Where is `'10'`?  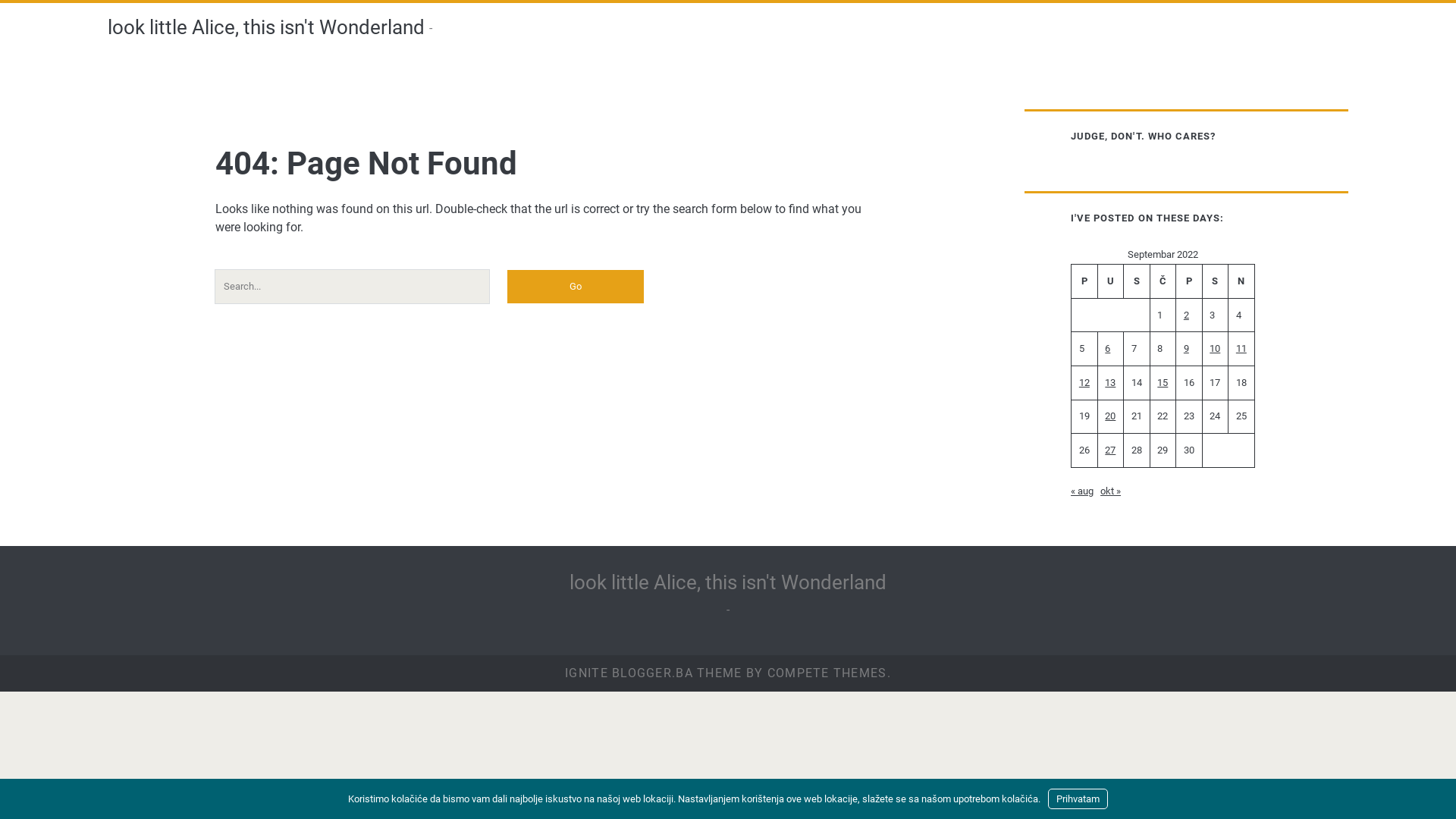 '10' is located at coordinates (1208, 348).